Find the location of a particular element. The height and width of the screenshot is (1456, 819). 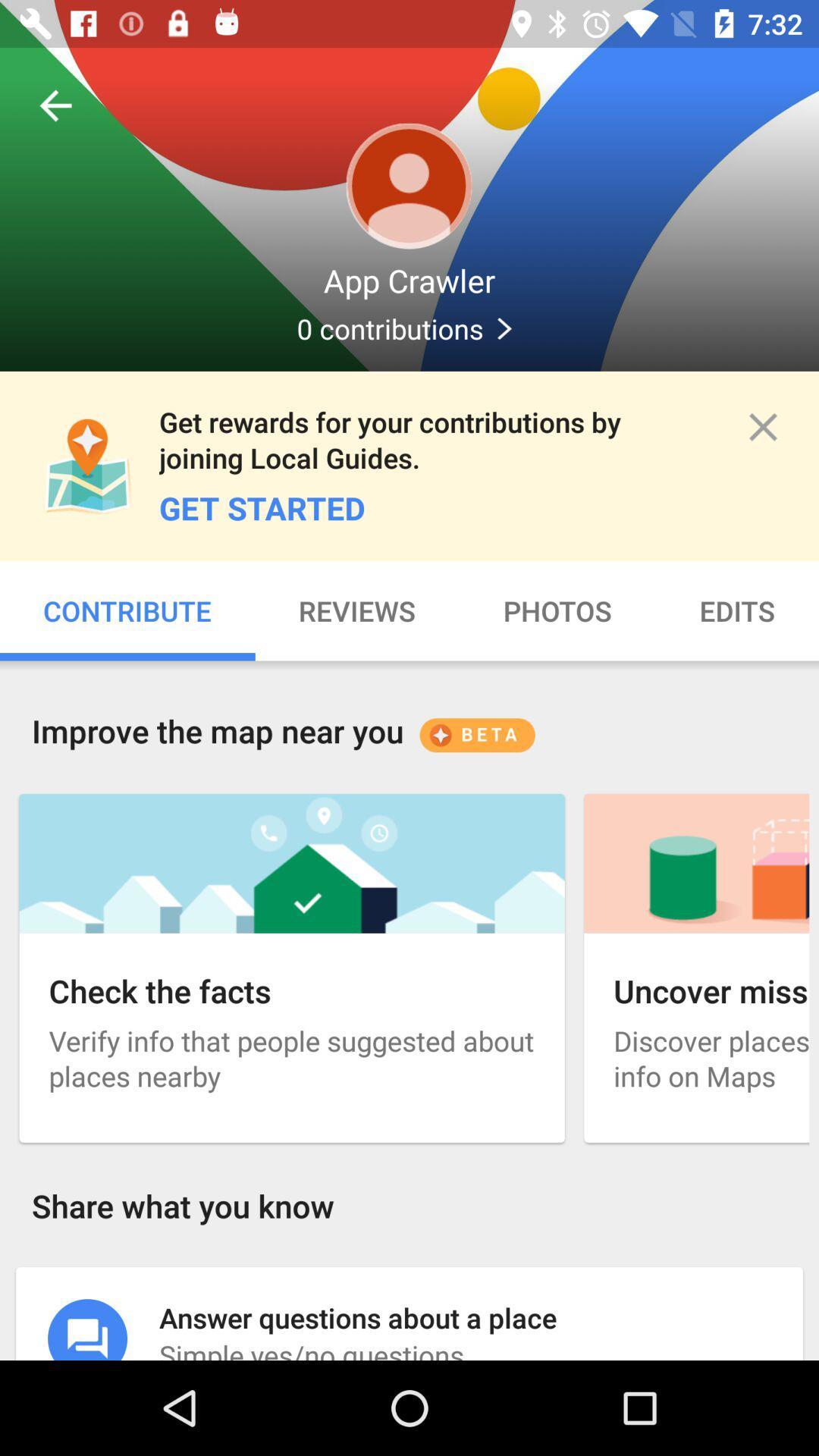

app to the right of get rewards for item is located at coordinates (763, 426).